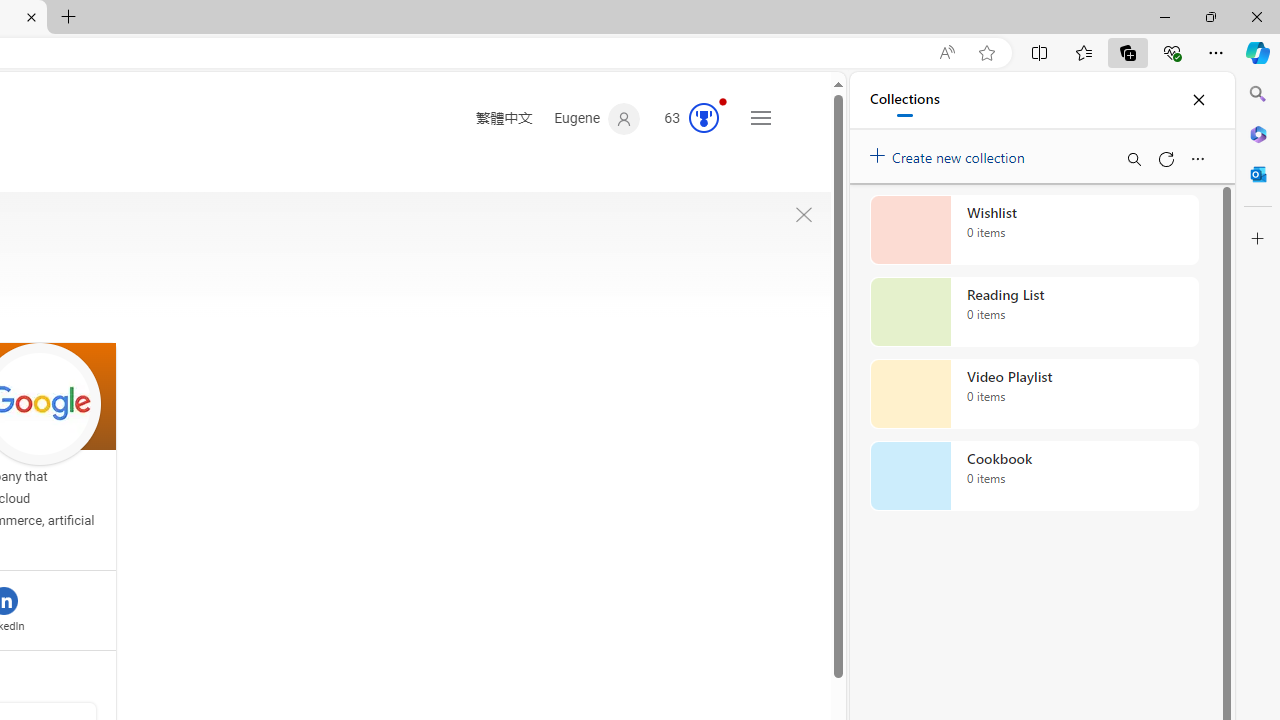  What do you see at coordinates (1034, 475) in the screenshot?
I see `'Cookbook collection, 0 items'` at bounding box center [1034, 475].